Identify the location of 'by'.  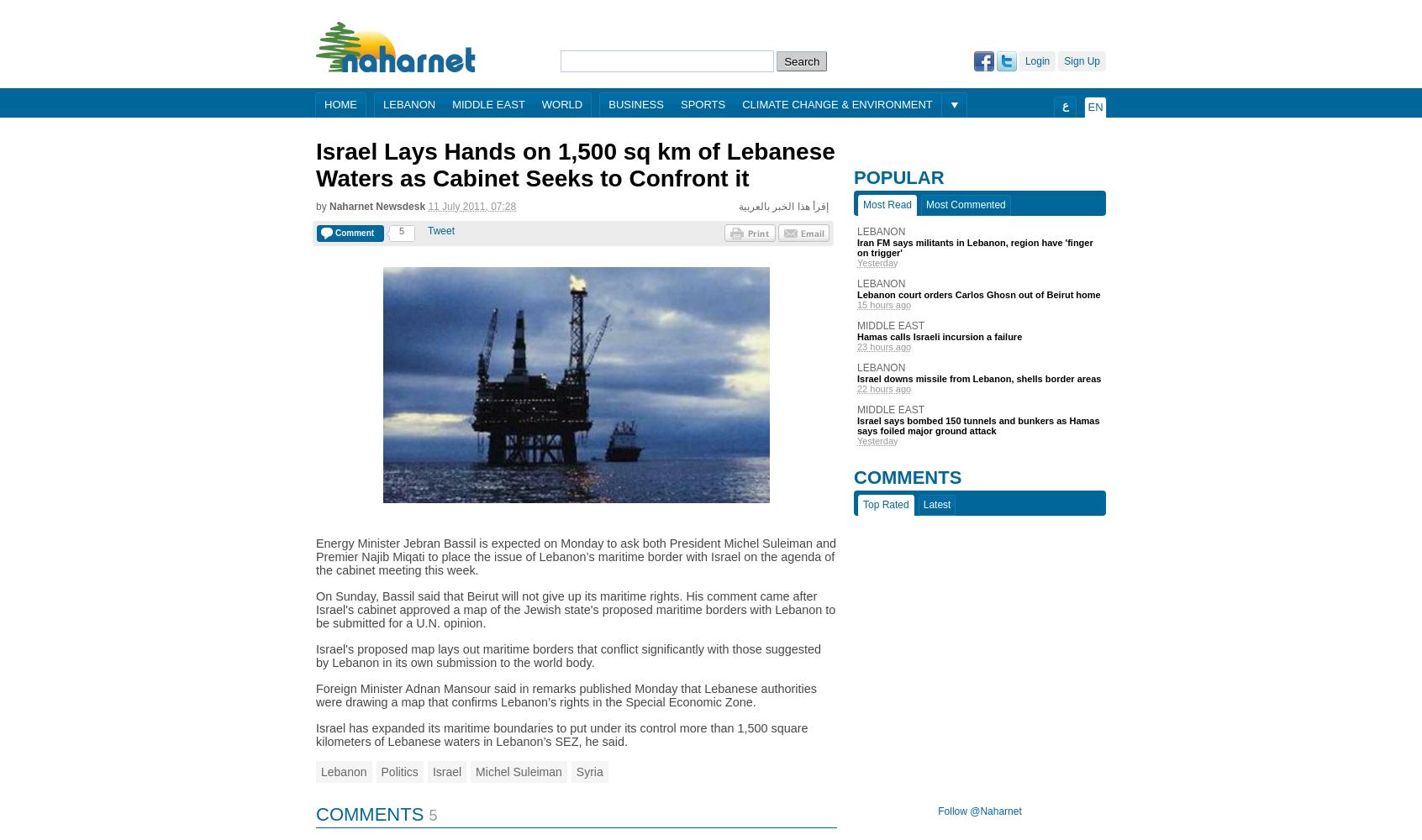
(315, 206).